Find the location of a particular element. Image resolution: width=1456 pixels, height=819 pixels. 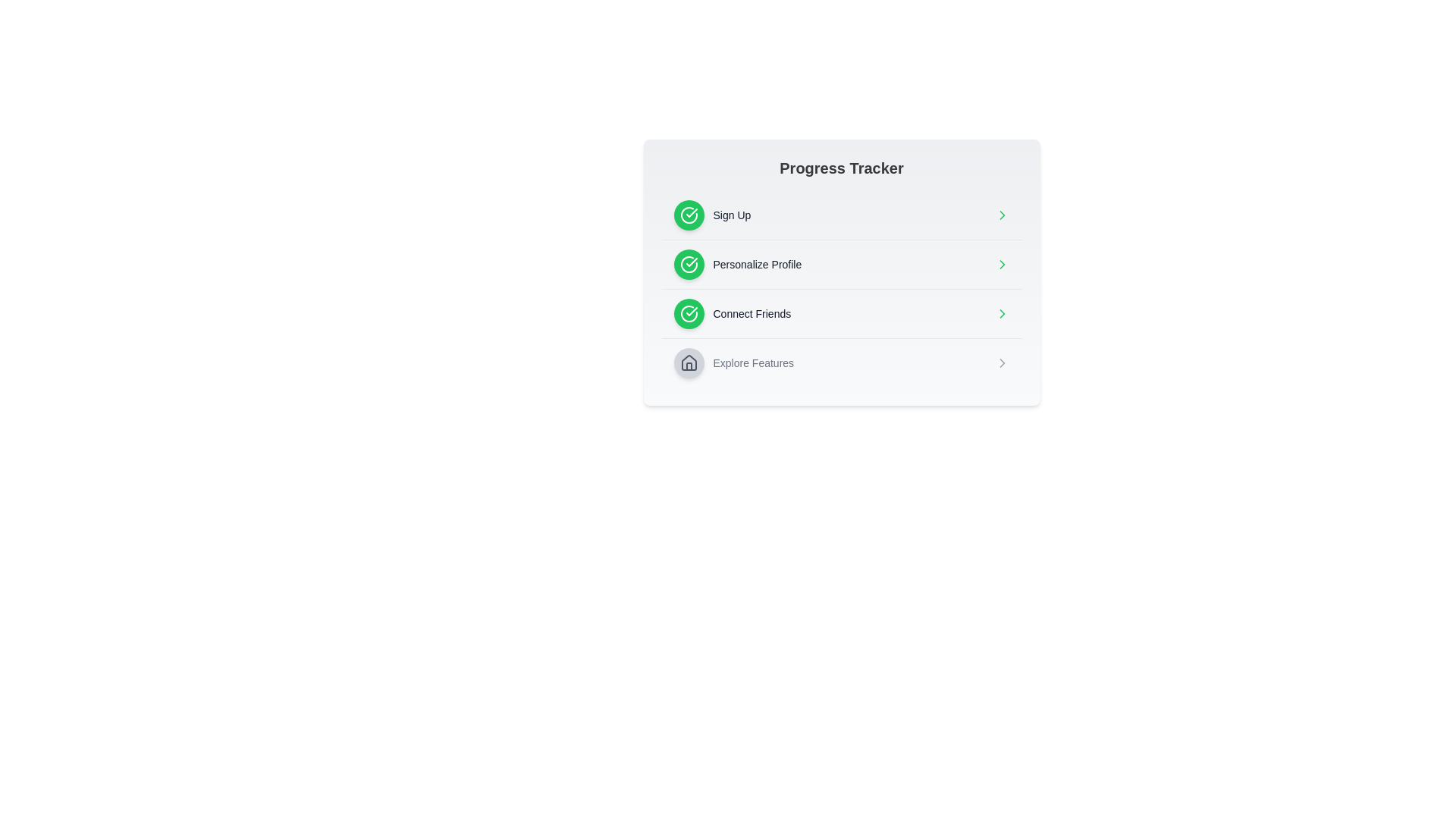

the green checkmark icon of the 'Sign Up' step tracker to confirm task completion is located at coordinates (711, 215).